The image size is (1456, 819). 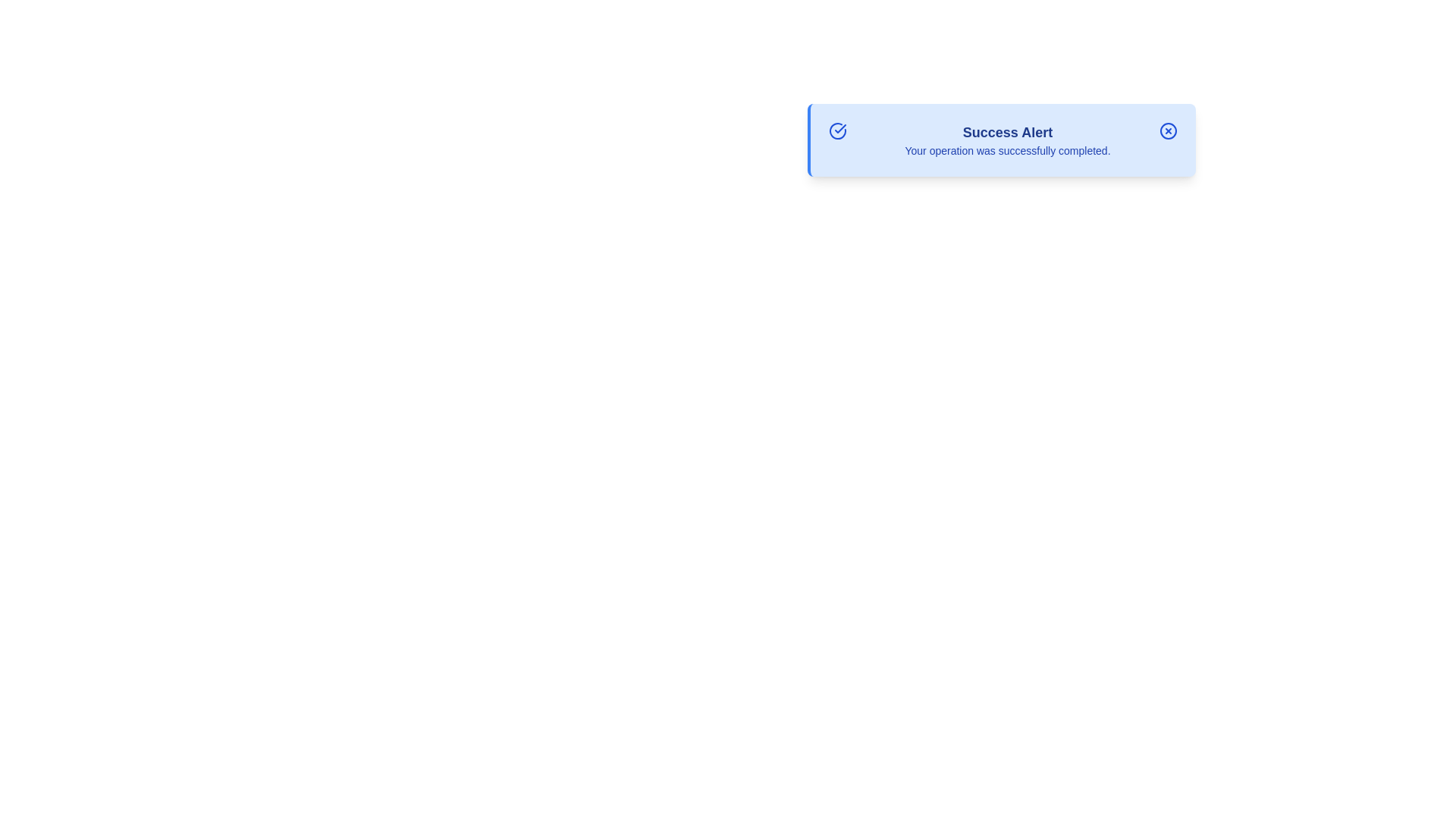 I want to click on the notification text to read the message, so click(x=1008, y=140).